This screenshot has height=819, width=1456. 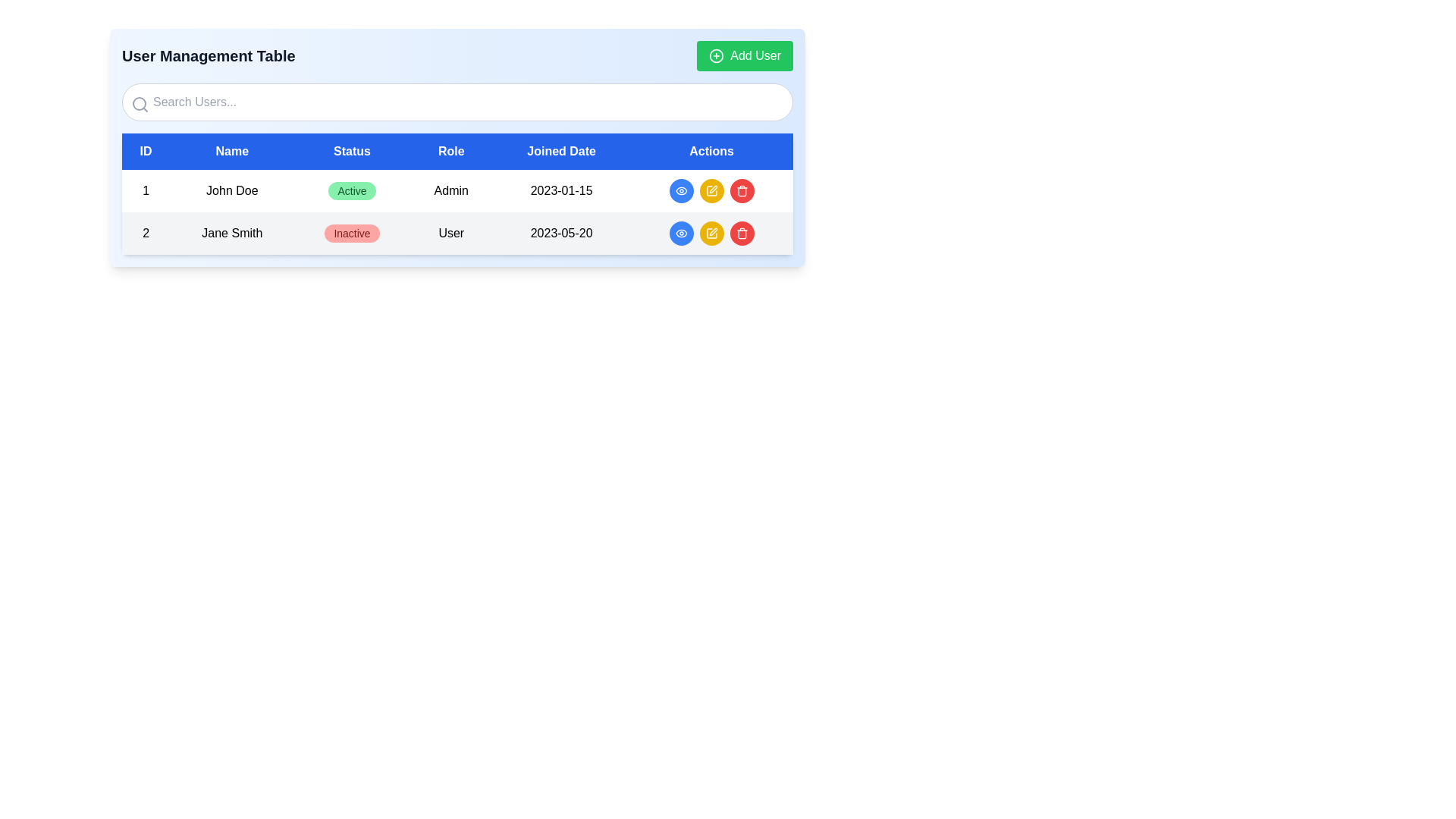 What do you see at coordinates (231, 152) in the screenshot?
I see `the 'Name' column header label, which is the second column in a horizontal row of headers positioned between 'ID' and 'Status' in the data table` at bounding box center [231, 152].